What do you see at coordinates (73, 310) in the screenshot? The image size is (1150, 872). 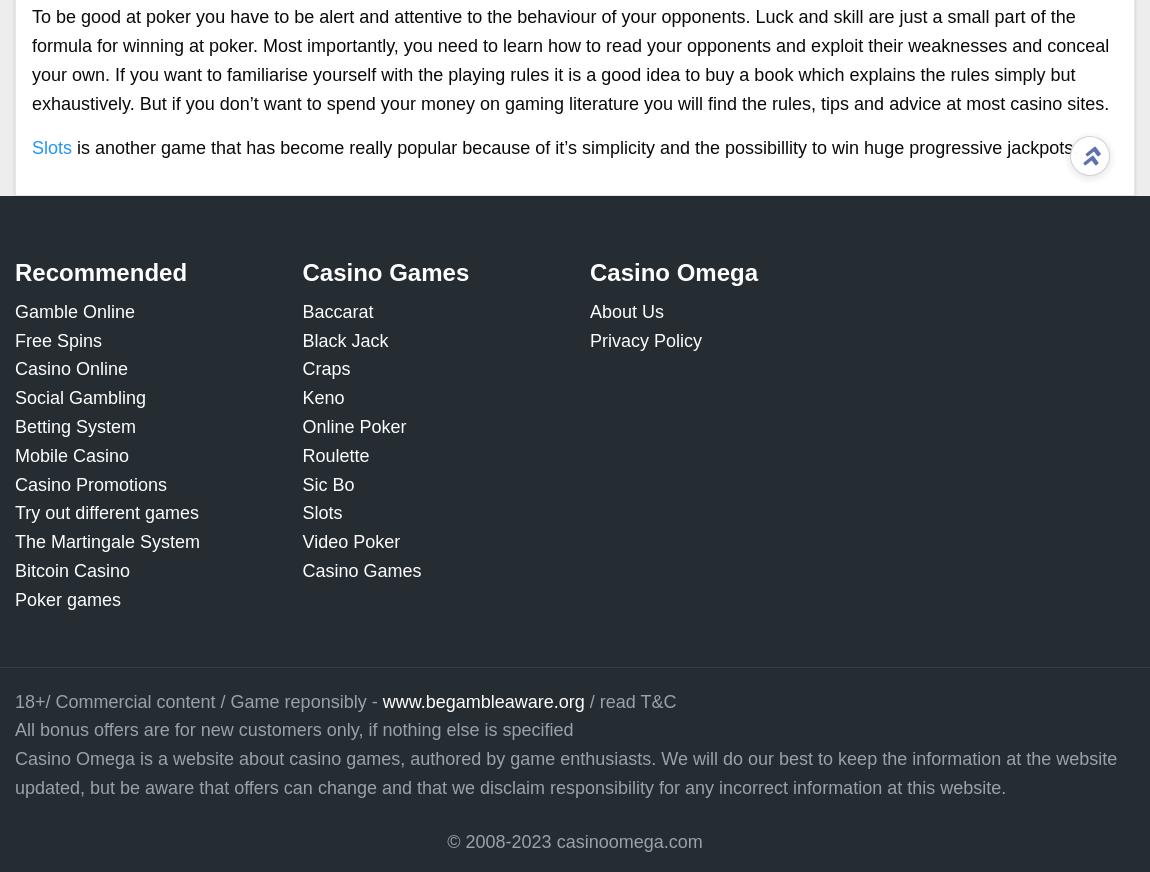 I see `'Gamble Online'` at bounding box center [73, 310].